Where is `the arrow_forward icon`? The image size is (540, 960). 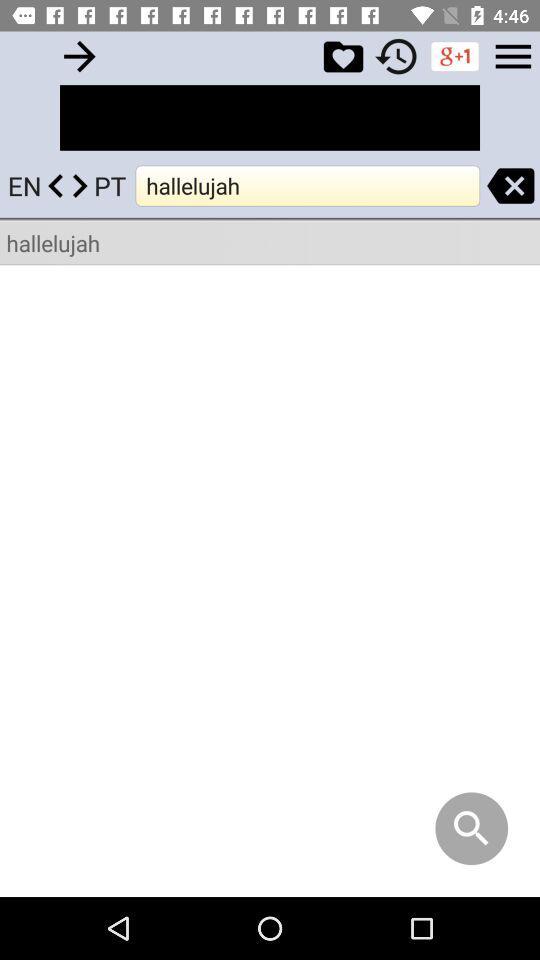 the arrow_forward icon is located at coordinates (78, 55).